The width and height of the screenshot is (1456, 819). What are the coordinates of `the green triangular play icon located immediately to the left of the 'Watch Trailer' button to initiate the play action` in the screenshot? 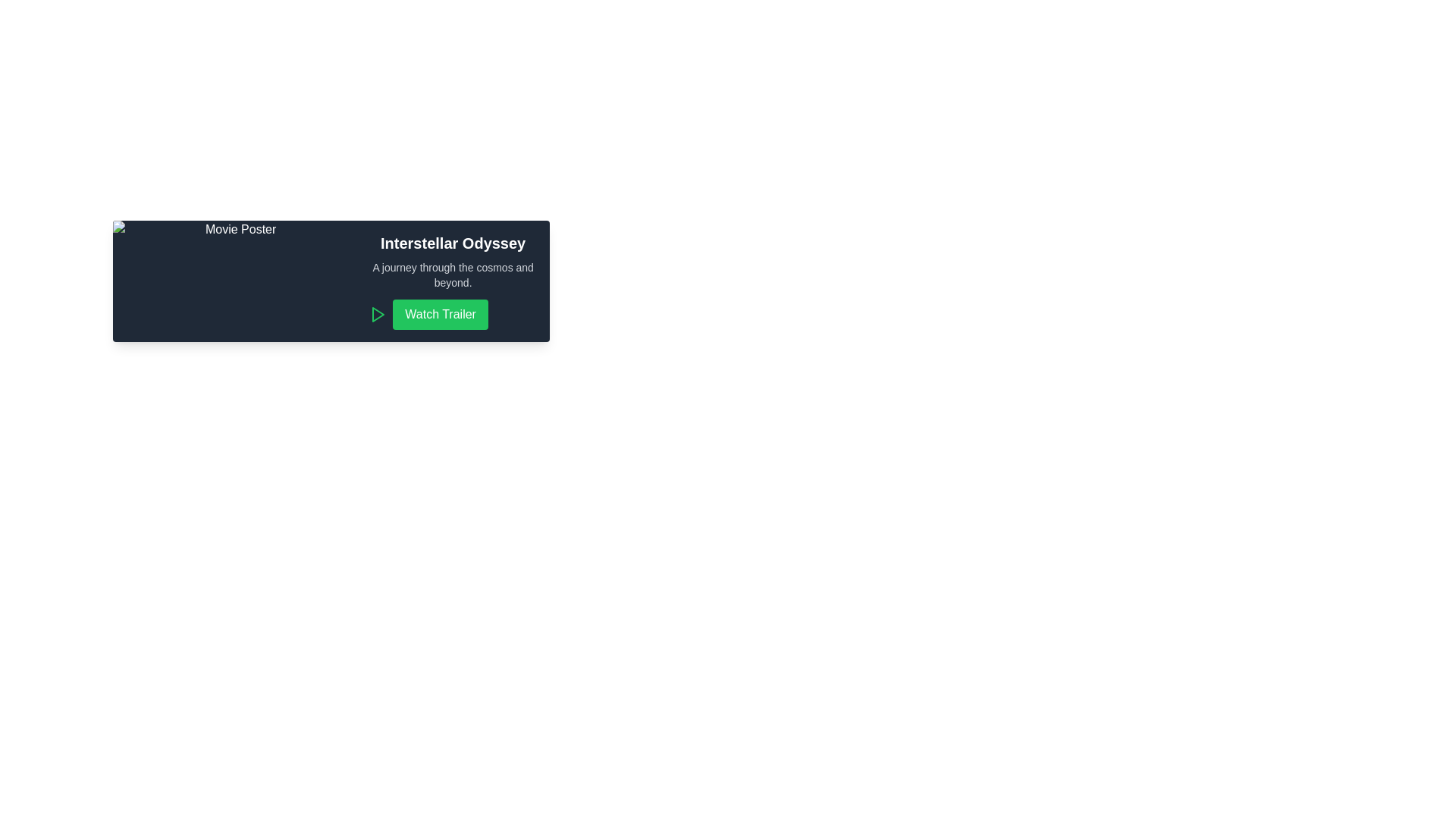 It's located at (378, 314).